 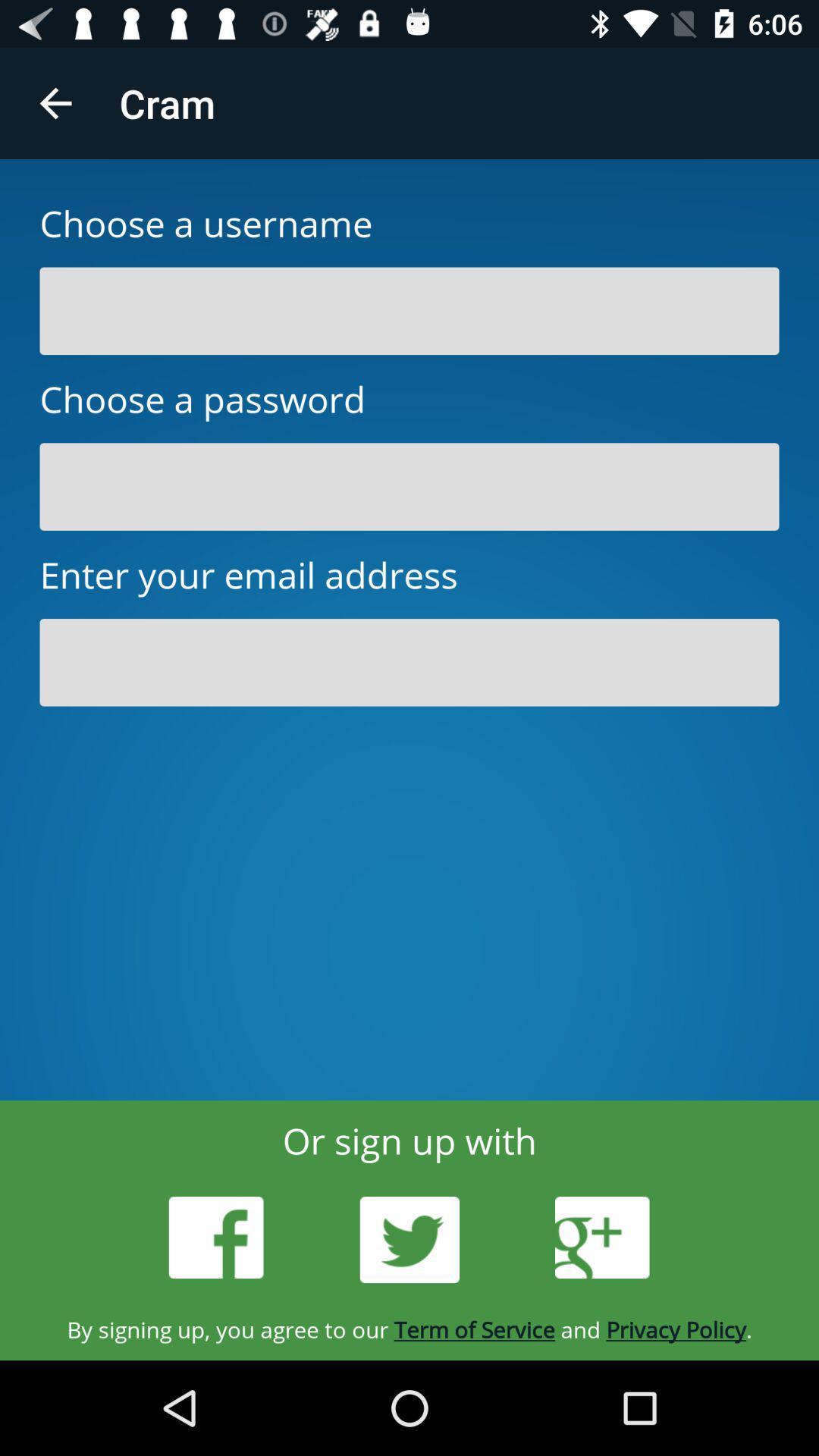 What do you see at coordinates (409, 662) in the screenshot?
I see `email address` at bounding box center [409, 662].